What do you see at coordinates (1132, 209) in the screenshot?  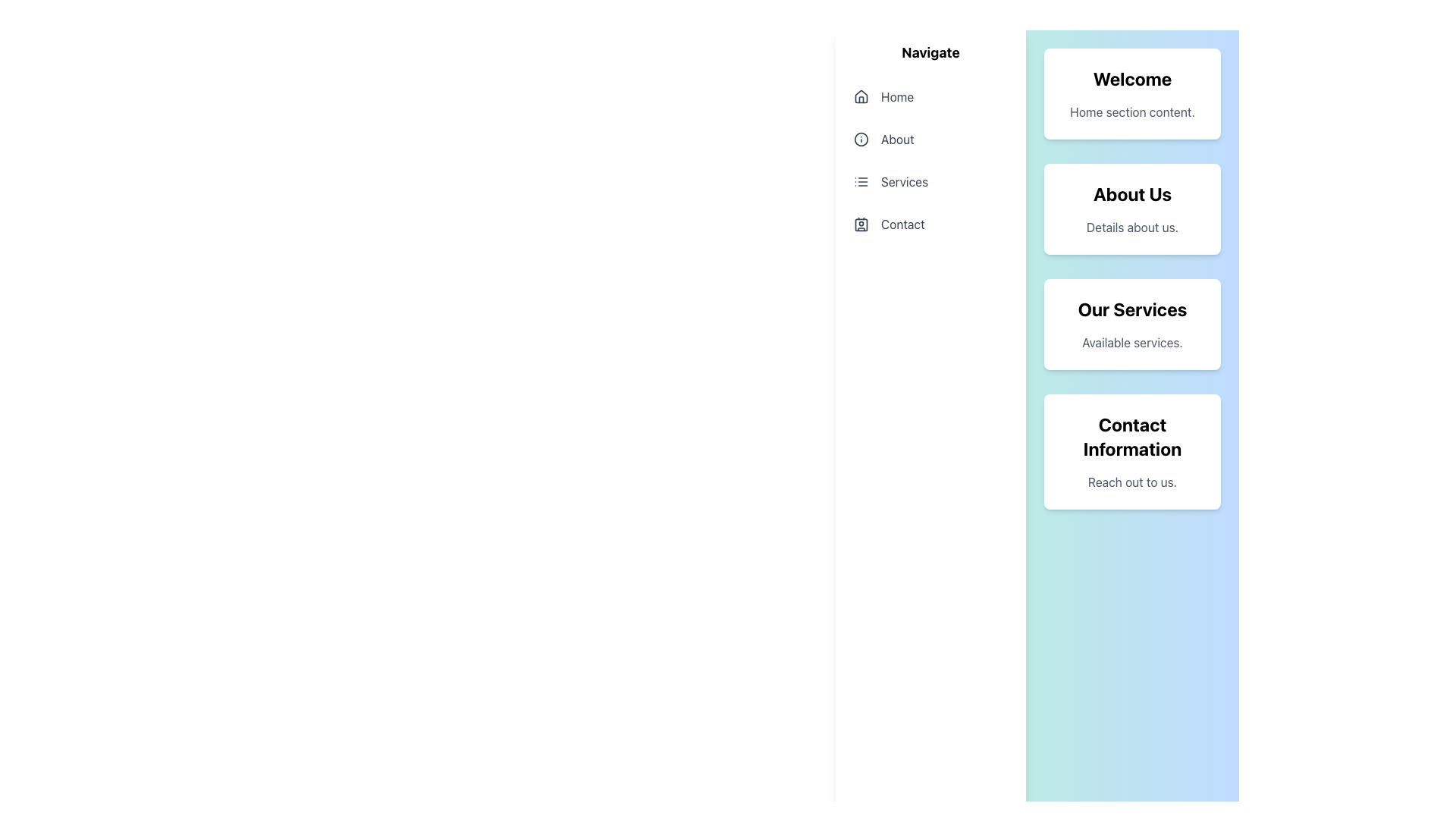 I see `the Informational card containing the 'About Us' text, which is the second card in a vertically stacked list of similar cards` at bounding box center [1132, 209].